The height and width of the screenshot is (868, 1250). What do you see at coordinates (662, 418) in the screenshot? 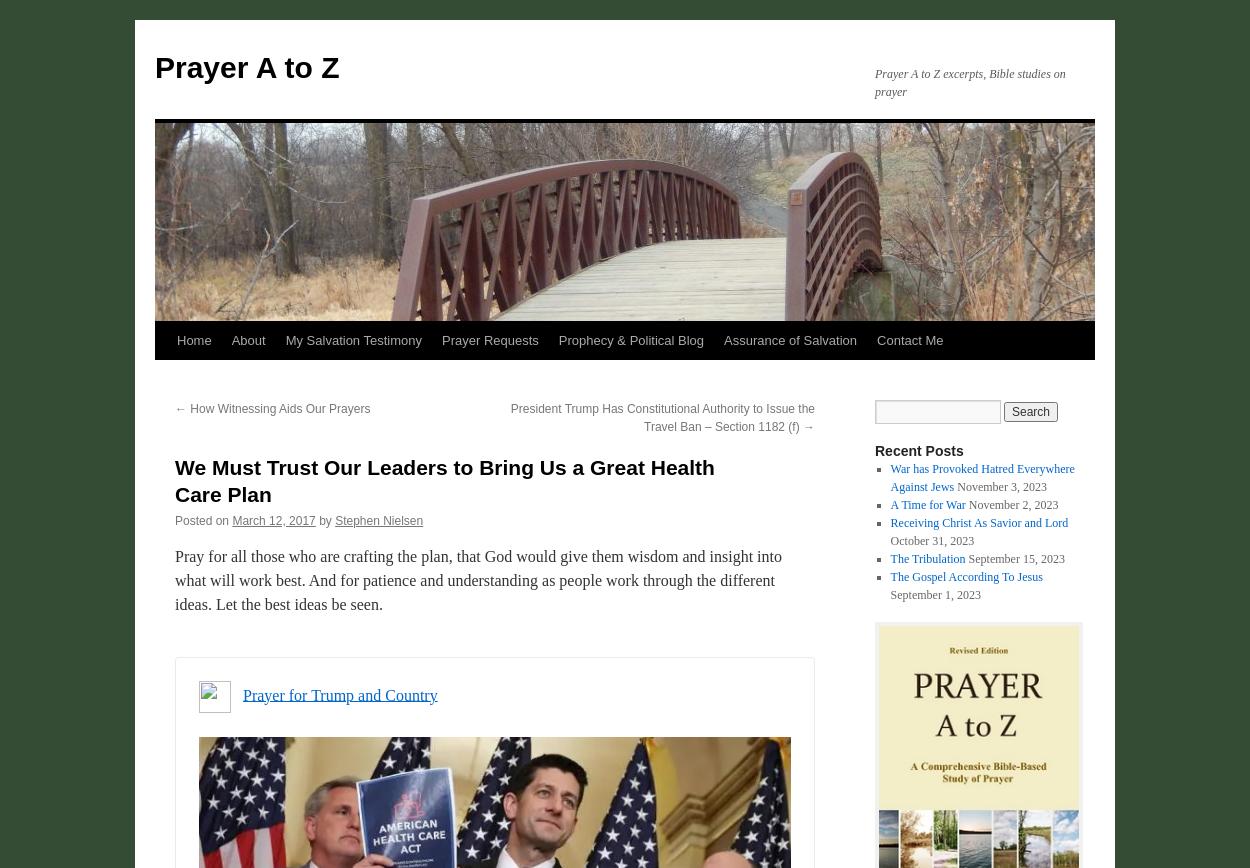
I see `'President Trump Has Constitutional Authority to Issue the Travel Ban – Section 1182 (f)'` at bounding box center [662, 418].